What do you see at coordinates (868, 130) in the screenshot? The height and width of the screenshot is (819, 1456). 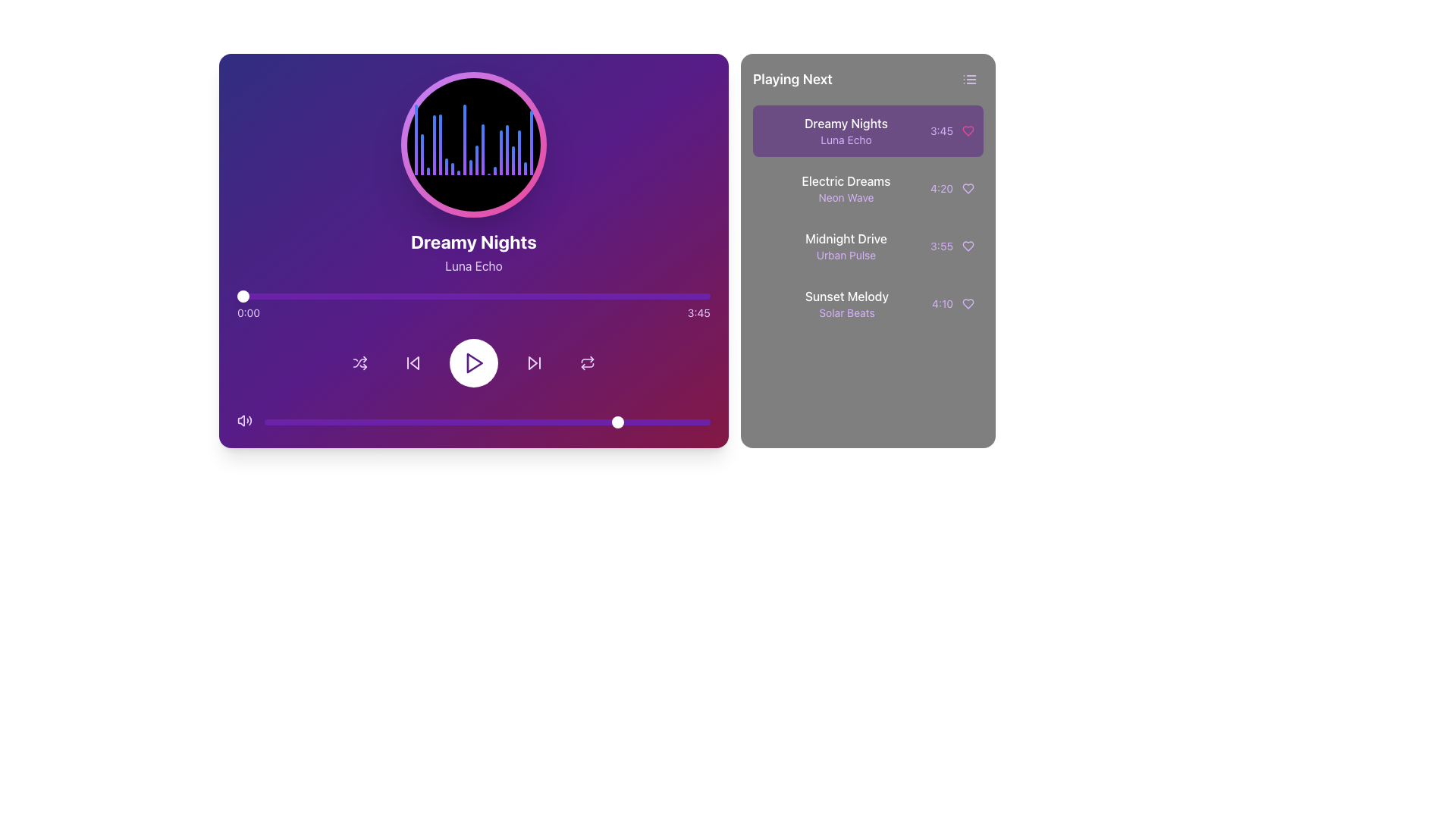 I see `the first song entry in the 'Playing Next' playlist` at bounding box center [868, 130].